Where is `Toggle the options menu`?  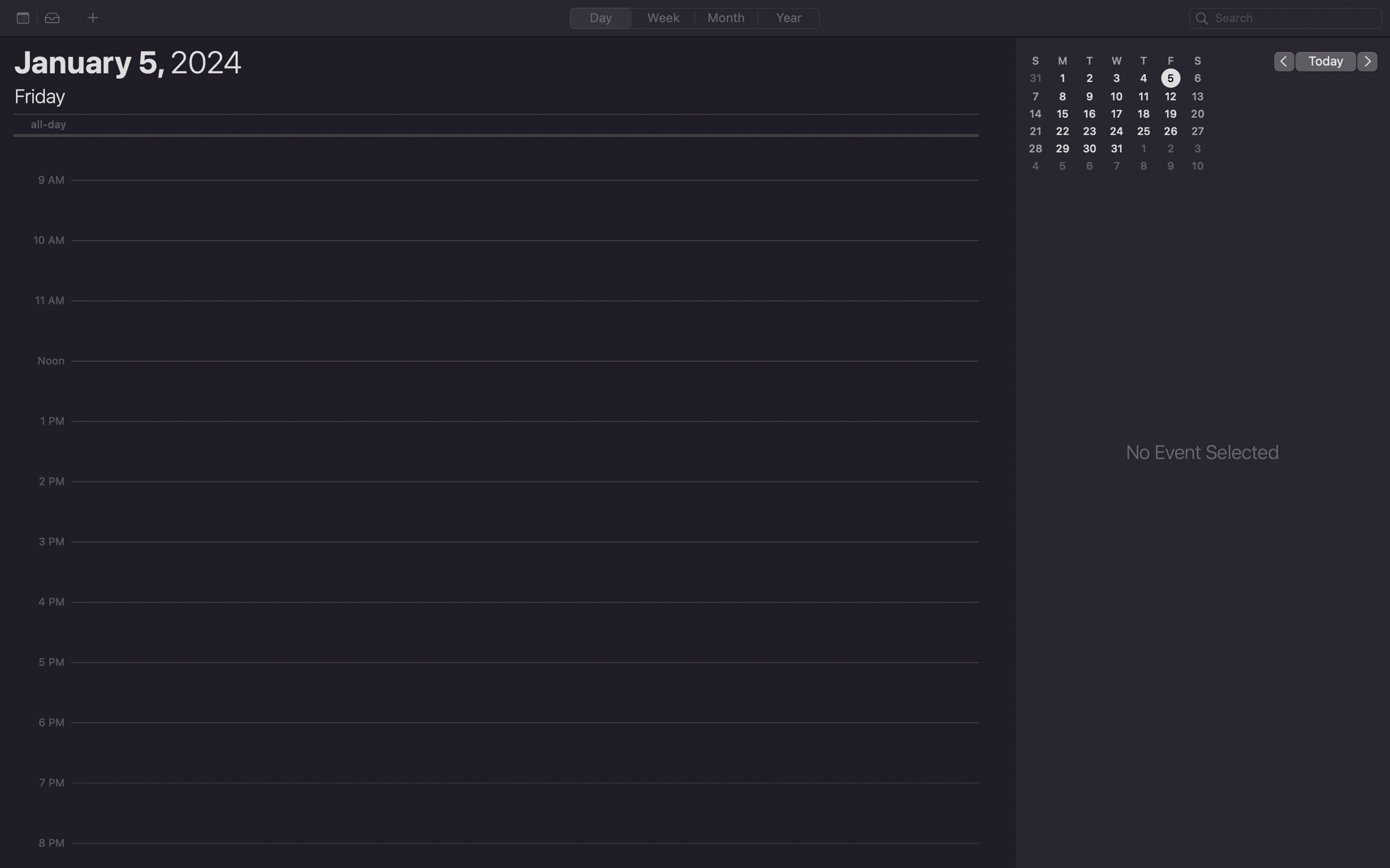
Toggle the options menu is located at coordinates (22, 17).